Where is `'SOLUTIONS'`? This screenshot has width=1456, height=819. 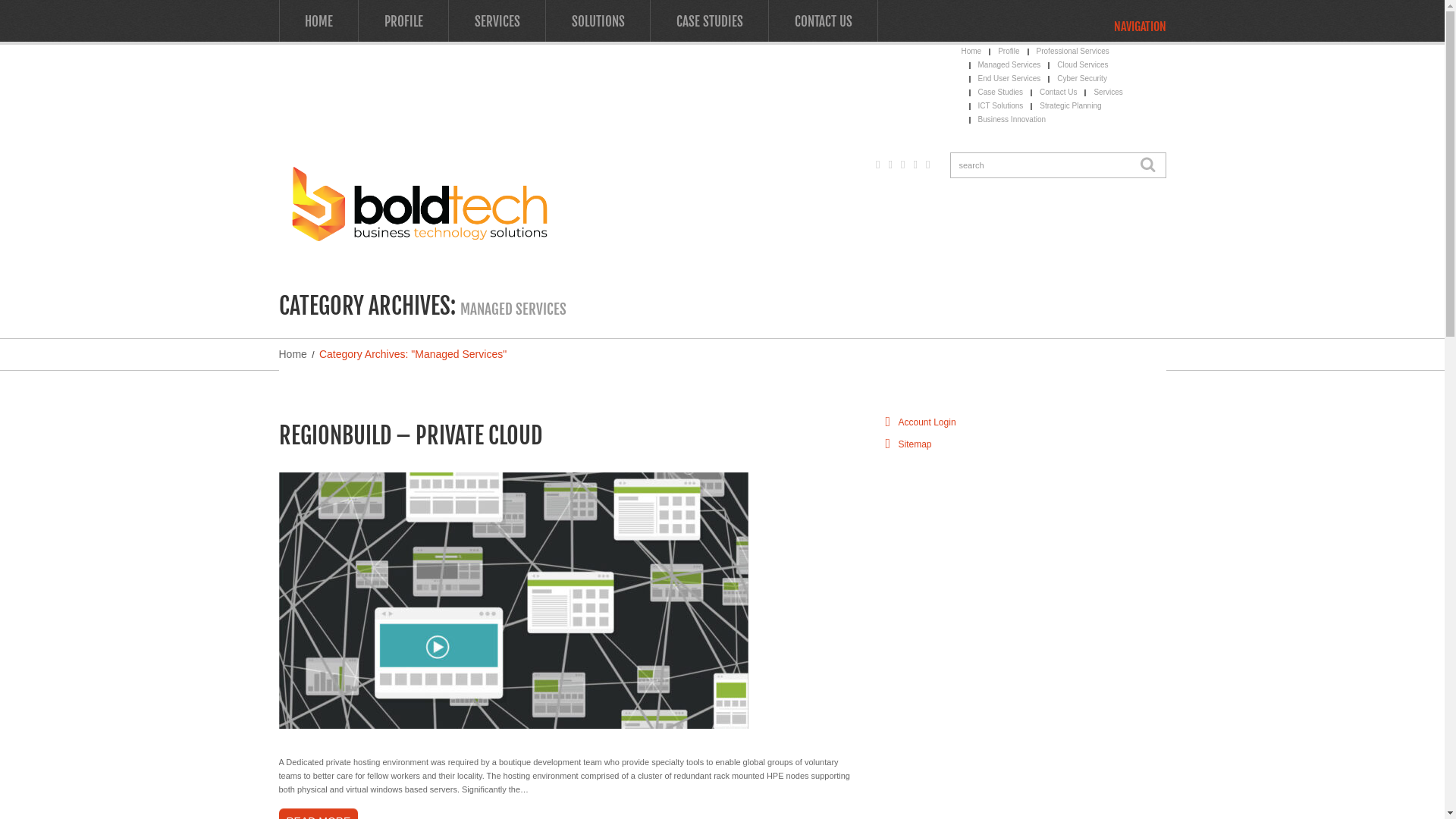
'SOLUTIONS' is located at coordinates (597, 20).